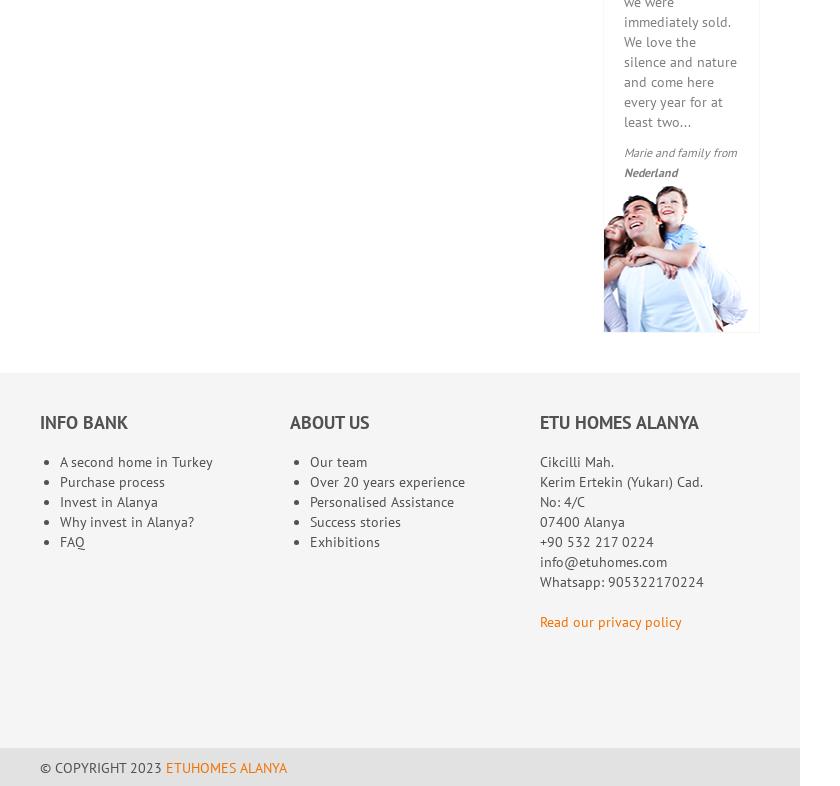  I want to click on 'ETU Homes Alanya', so click(619, 420).